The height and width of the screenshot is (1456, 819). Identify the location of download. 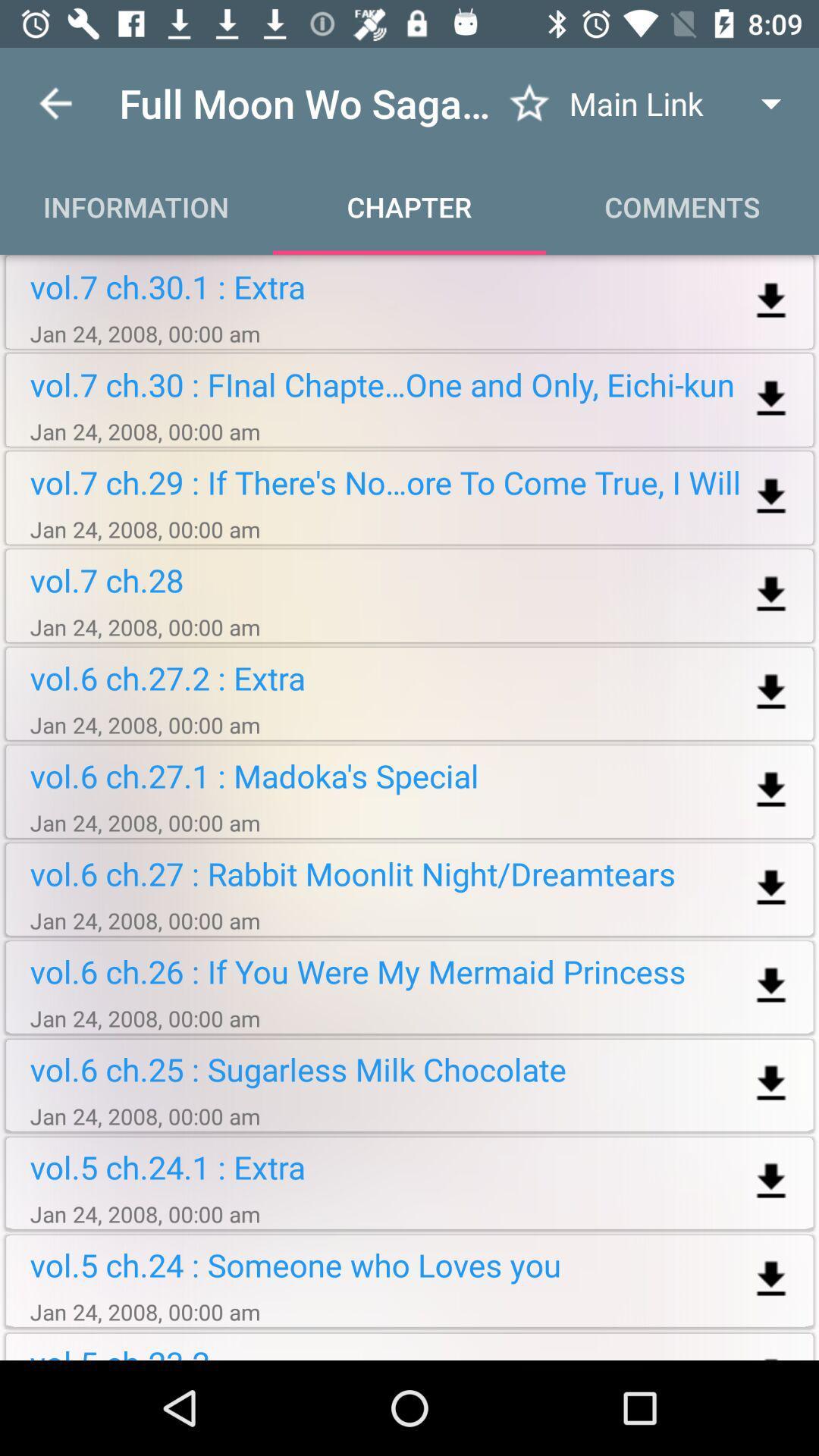
(771, 1181).